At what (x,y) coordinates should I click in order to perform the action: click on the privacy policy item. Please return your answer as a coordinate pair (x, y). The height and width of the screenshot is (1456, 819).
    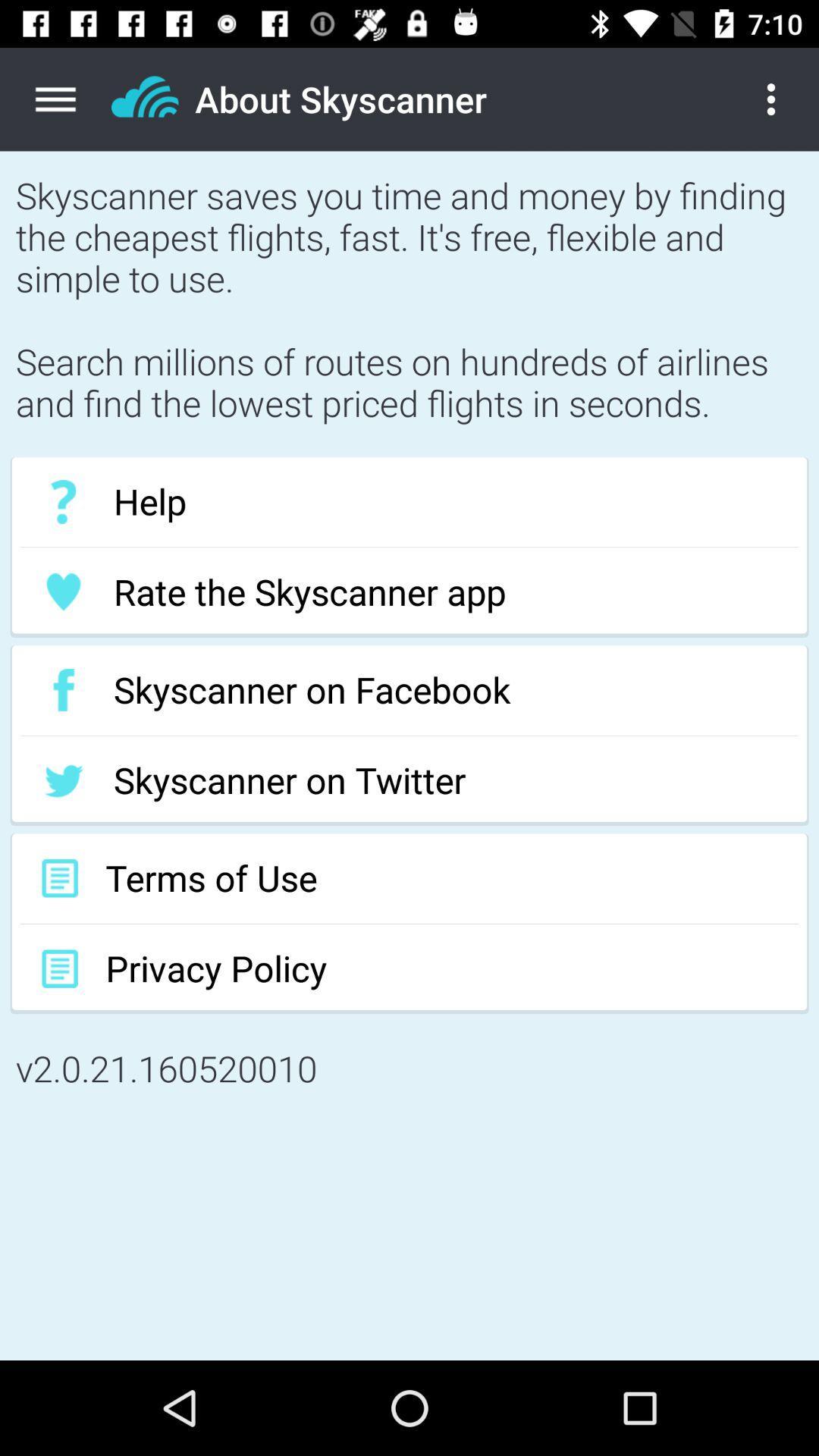
    Looking at the image, I should click on (409, 968).